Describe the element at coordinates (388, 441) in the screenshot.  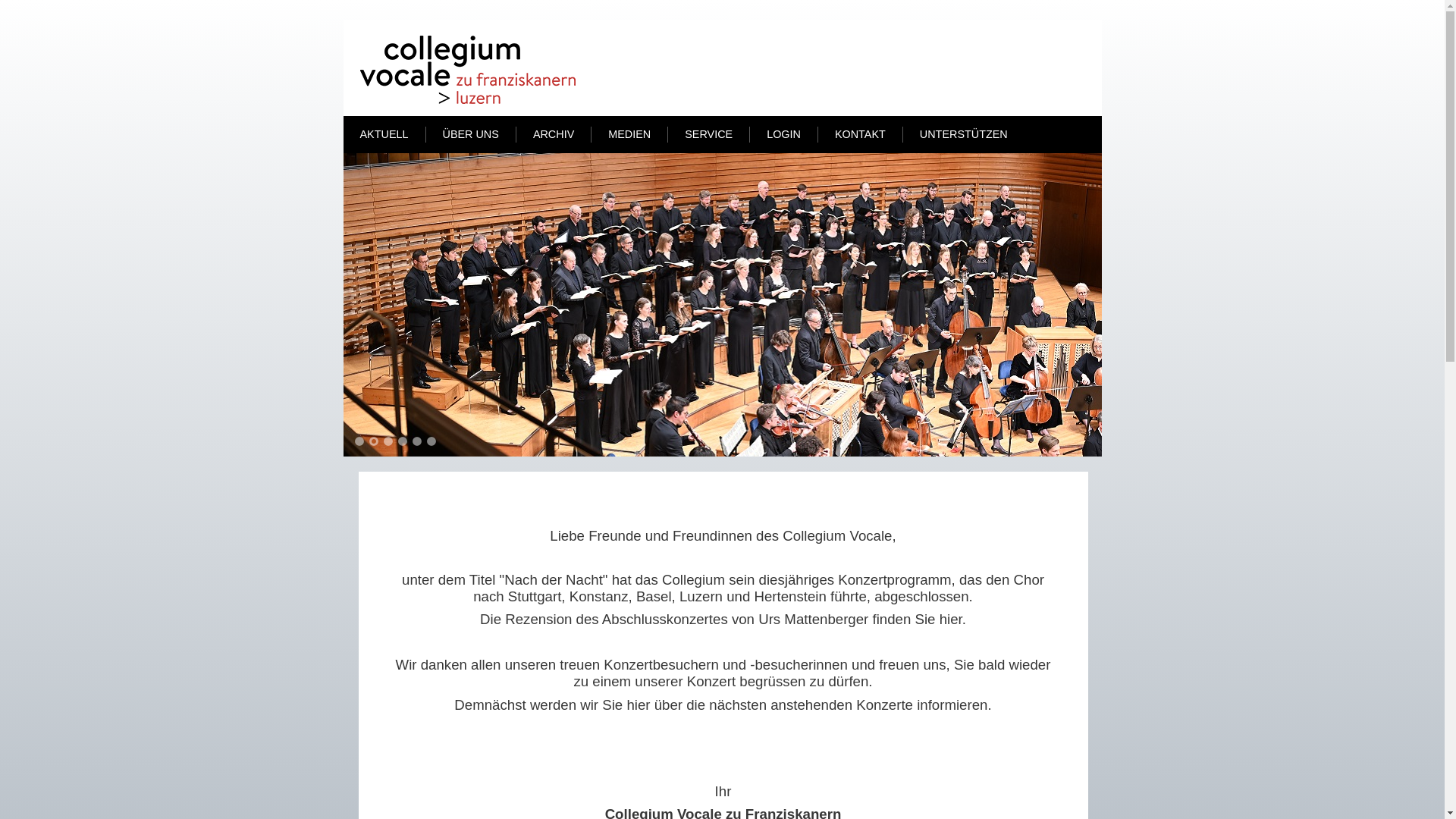
I see `'3'` at that location.